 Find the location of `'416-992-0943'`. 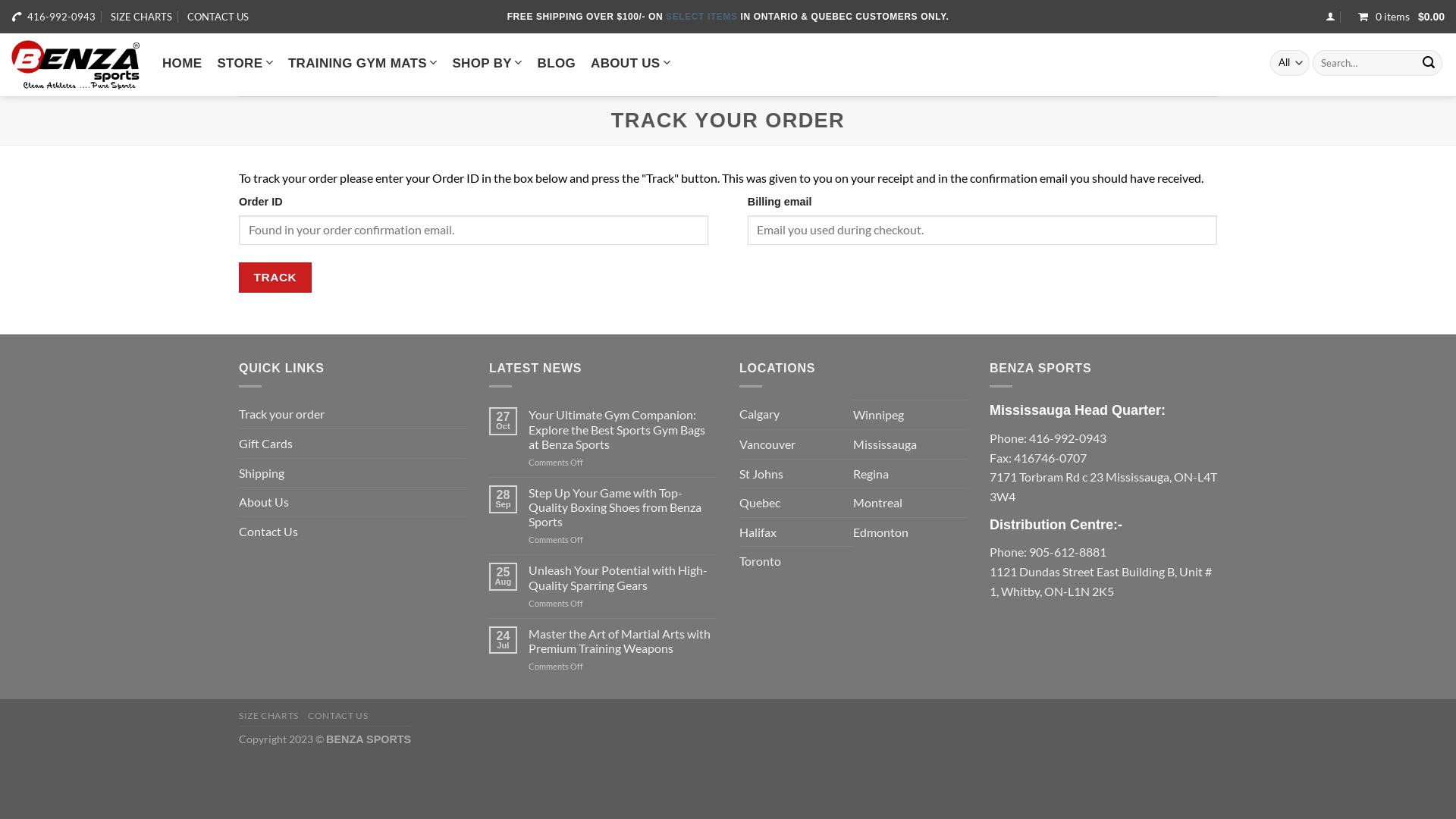

'416-992-0943' is located at coordinates (61, 17).